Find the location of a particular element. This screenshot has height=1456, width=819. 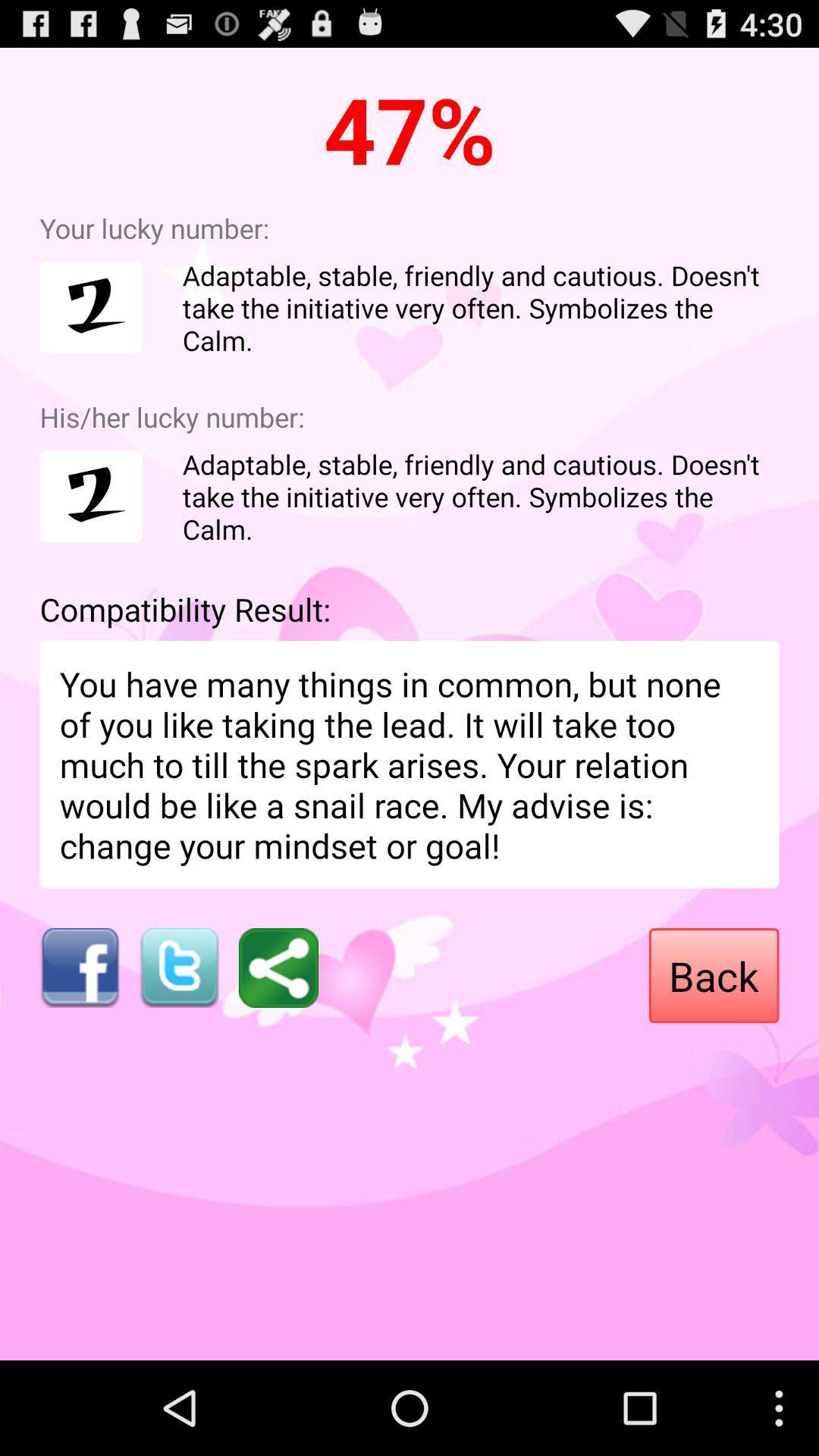

item to the left of the back is located at coordinates (278, 967).